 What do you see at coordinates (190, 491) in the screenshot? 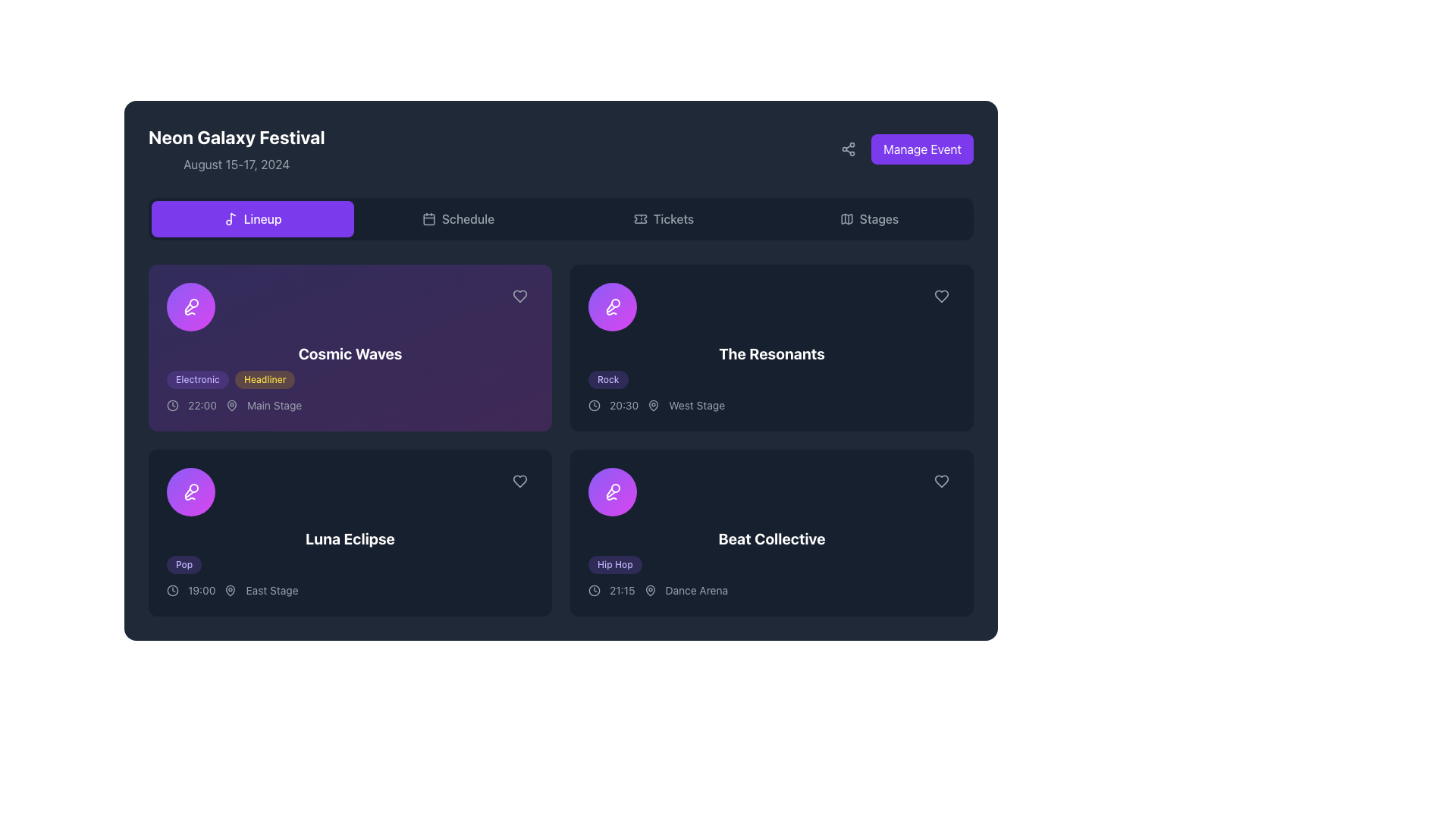
I see `the icon representing the 'Luna Eclipse' card located in the lower-left card under the 'Lineup' section, positioned to the left of the 'Luna Eclipse' title` at bounding box center [190, 491].